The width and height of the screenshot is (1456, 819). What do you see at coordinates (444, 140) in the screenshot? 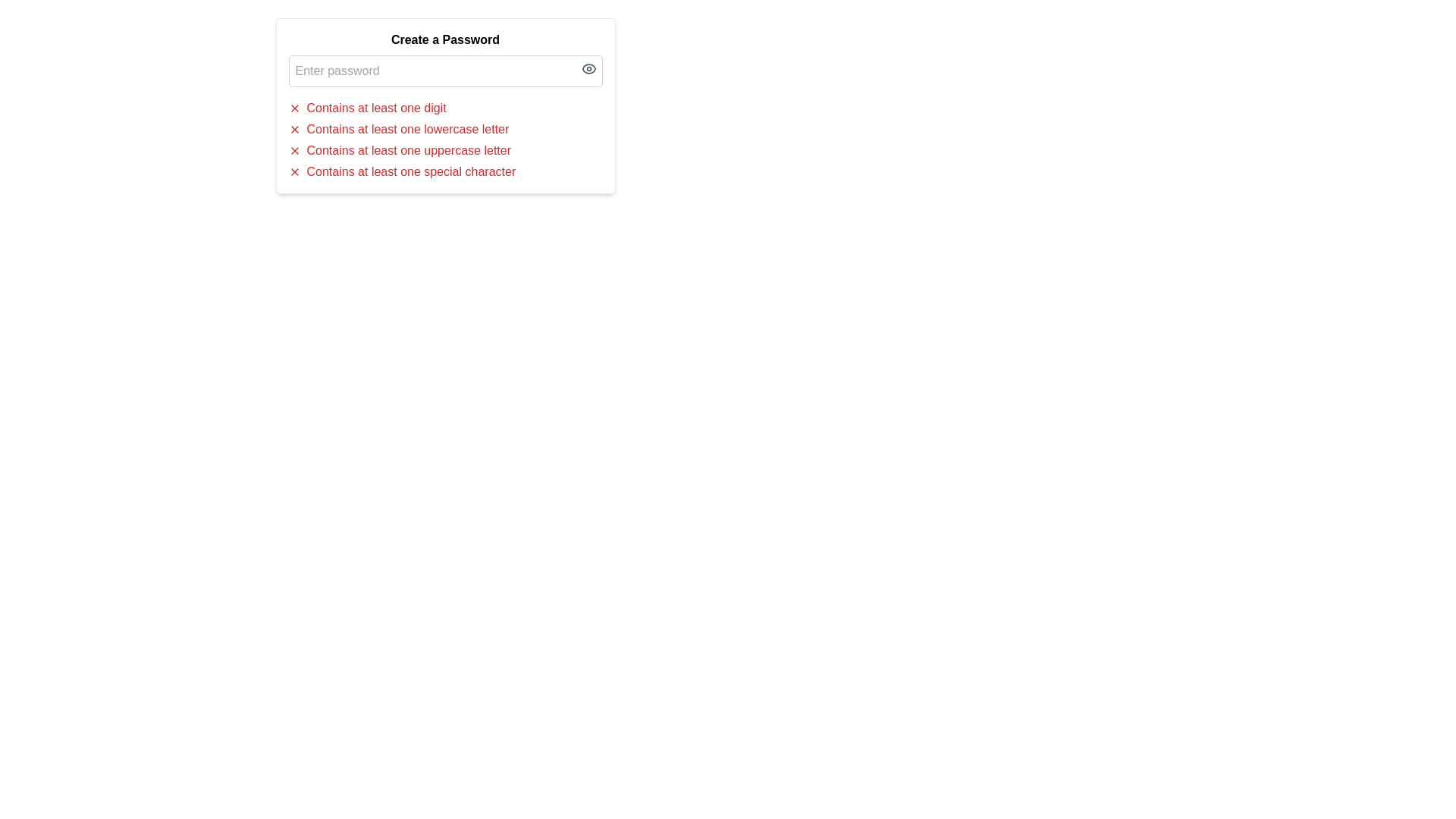
I see `the List of validation messages to correct the input requirements, indicated by red text and 'X' icons, located below the 'Create a Password' header` at bounding box center [444, 140].